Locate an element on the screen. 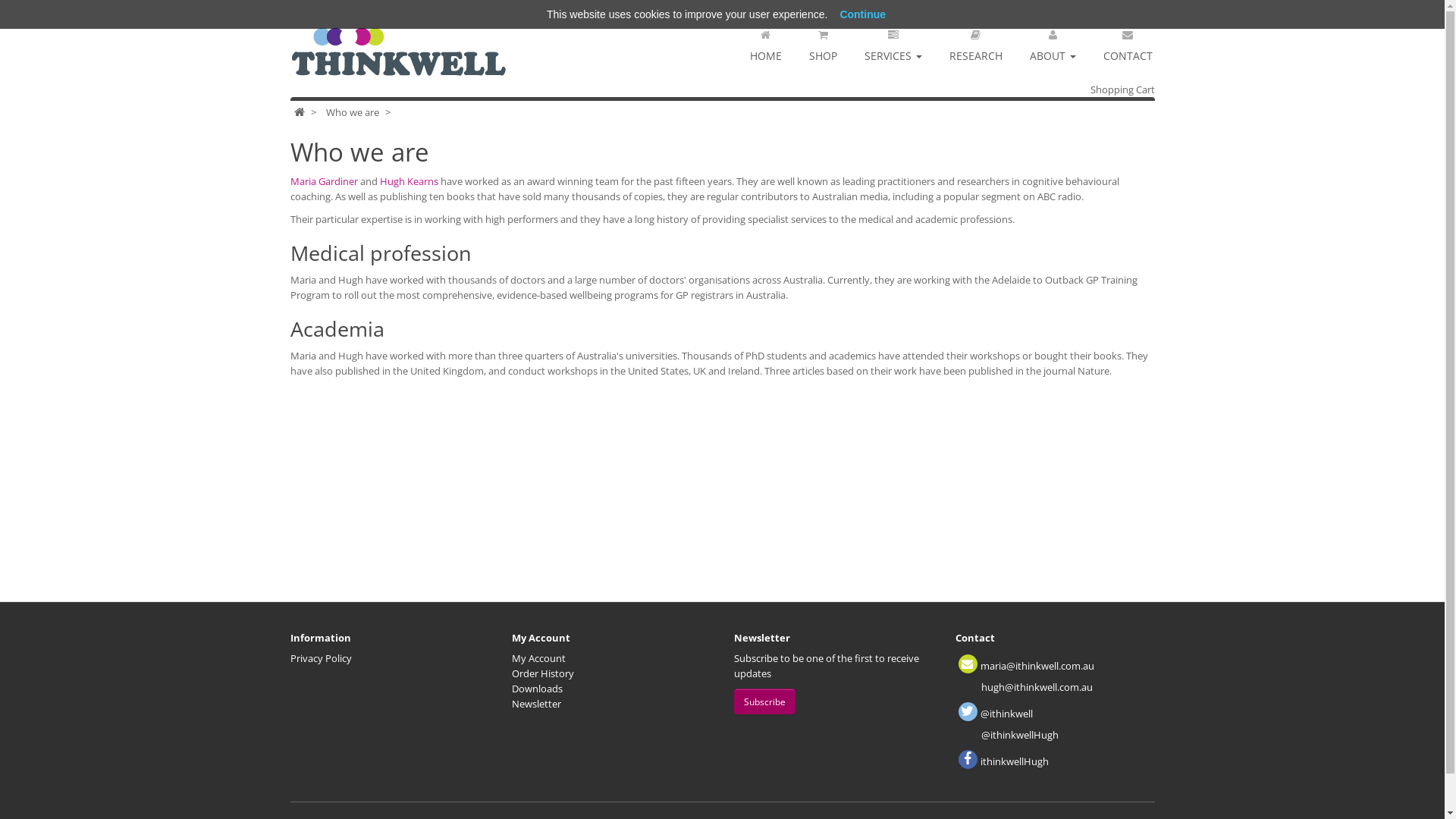 The height and width of the screenshot is (819, 1456). 'My Account' is located at coordinates (538, 657).